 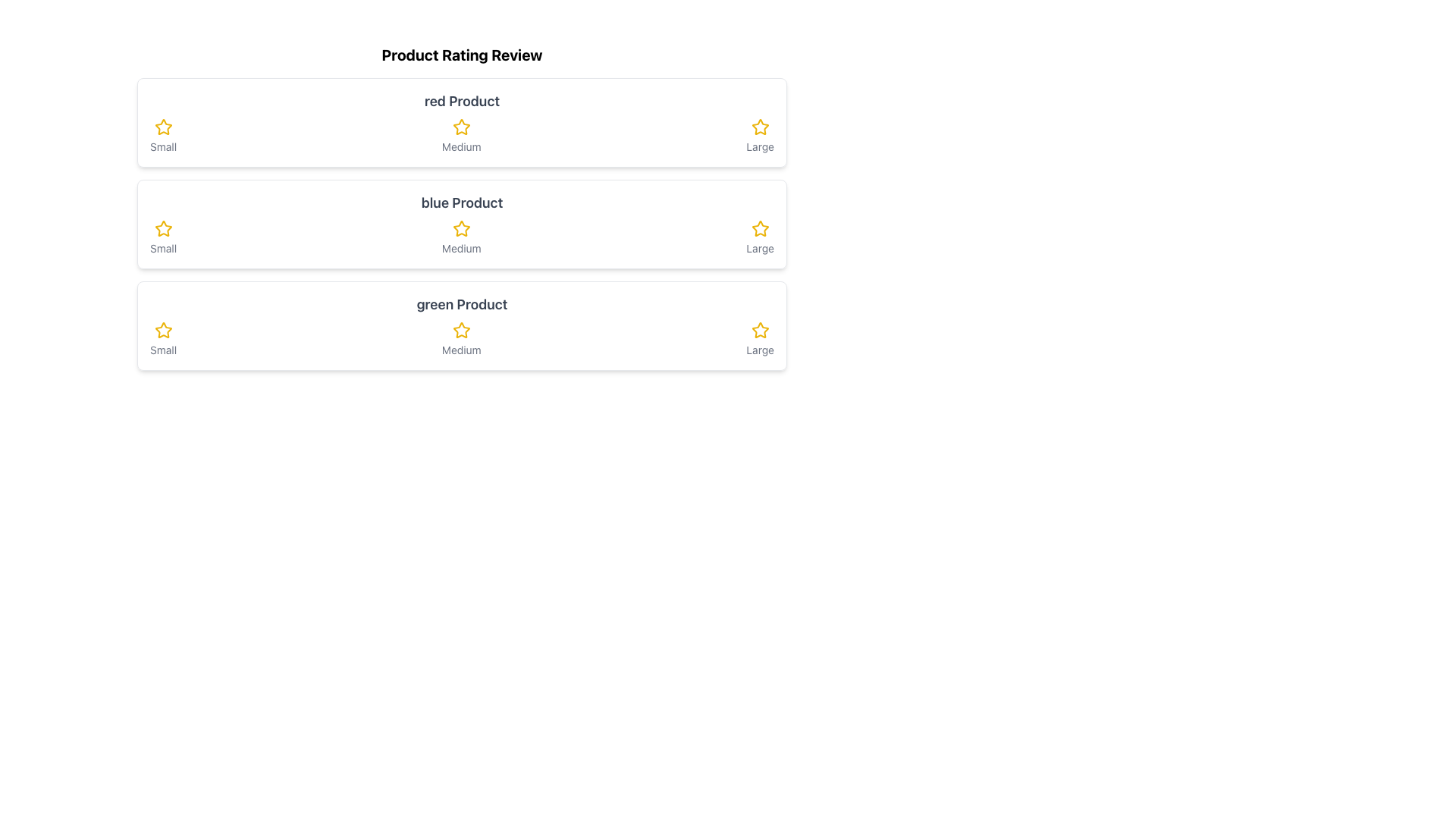 What do you see at coordinates (163, 329) in the screenshot?
I see `the rating icon for the 'Small' size option of the 'green Product' to toggle its state` at bounding box center [163, 329].